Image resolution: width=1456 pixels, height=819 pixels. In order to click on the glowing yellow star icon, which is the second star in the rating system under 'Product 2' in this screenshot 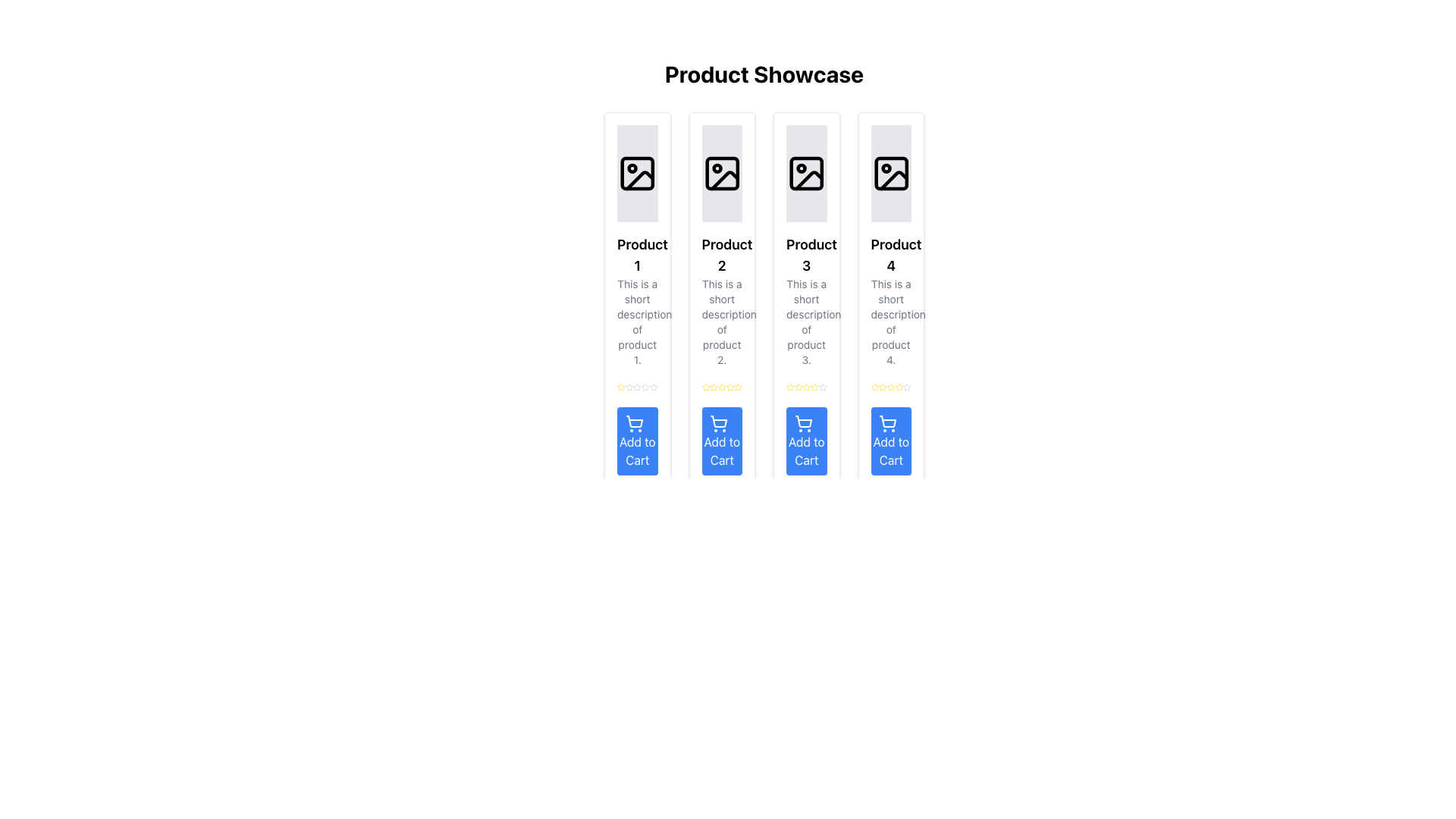, I will do `click(713, 386)`.